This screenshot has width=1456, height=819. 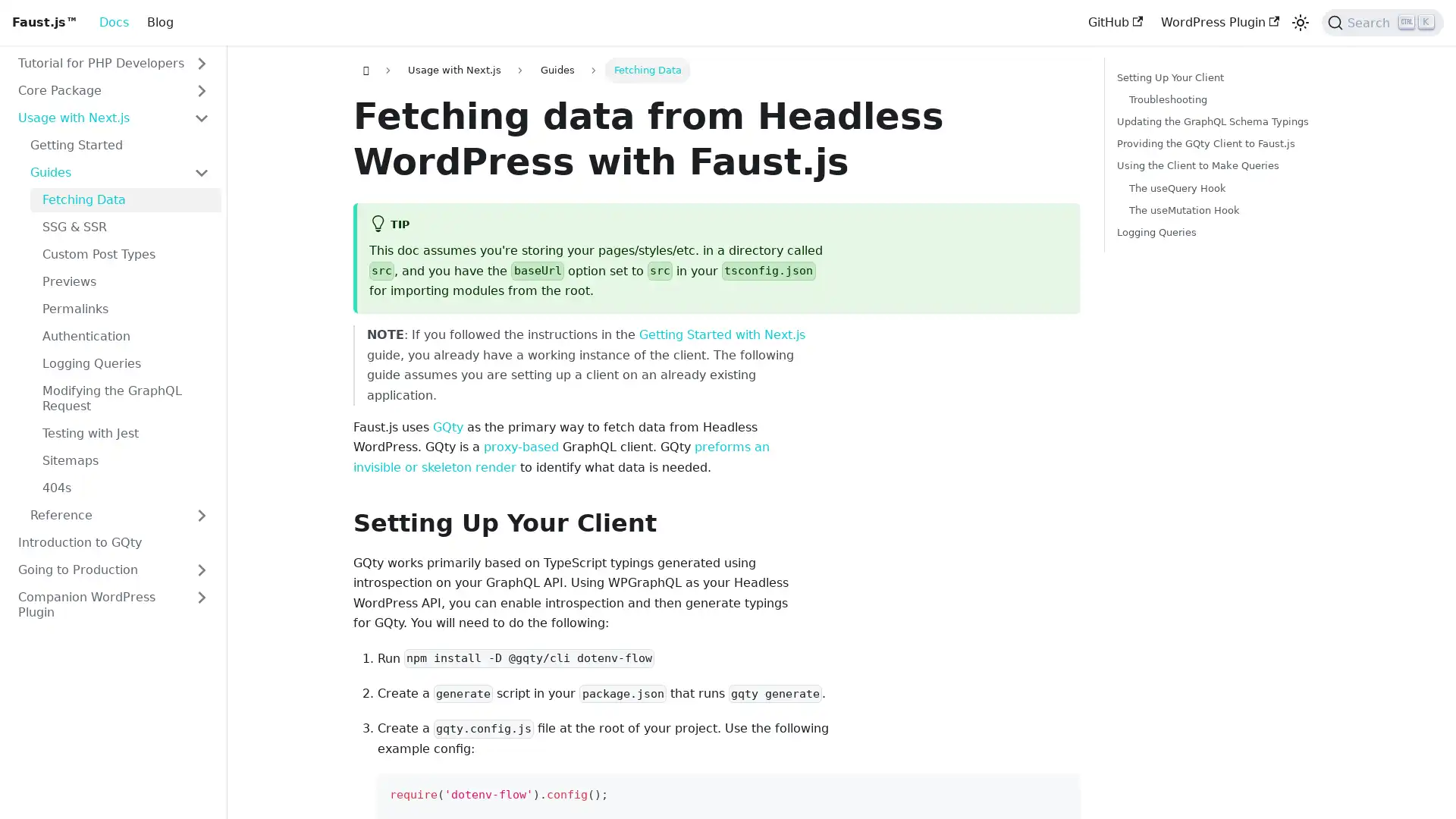 I want to click on Search, so click(x=1382, y=23).